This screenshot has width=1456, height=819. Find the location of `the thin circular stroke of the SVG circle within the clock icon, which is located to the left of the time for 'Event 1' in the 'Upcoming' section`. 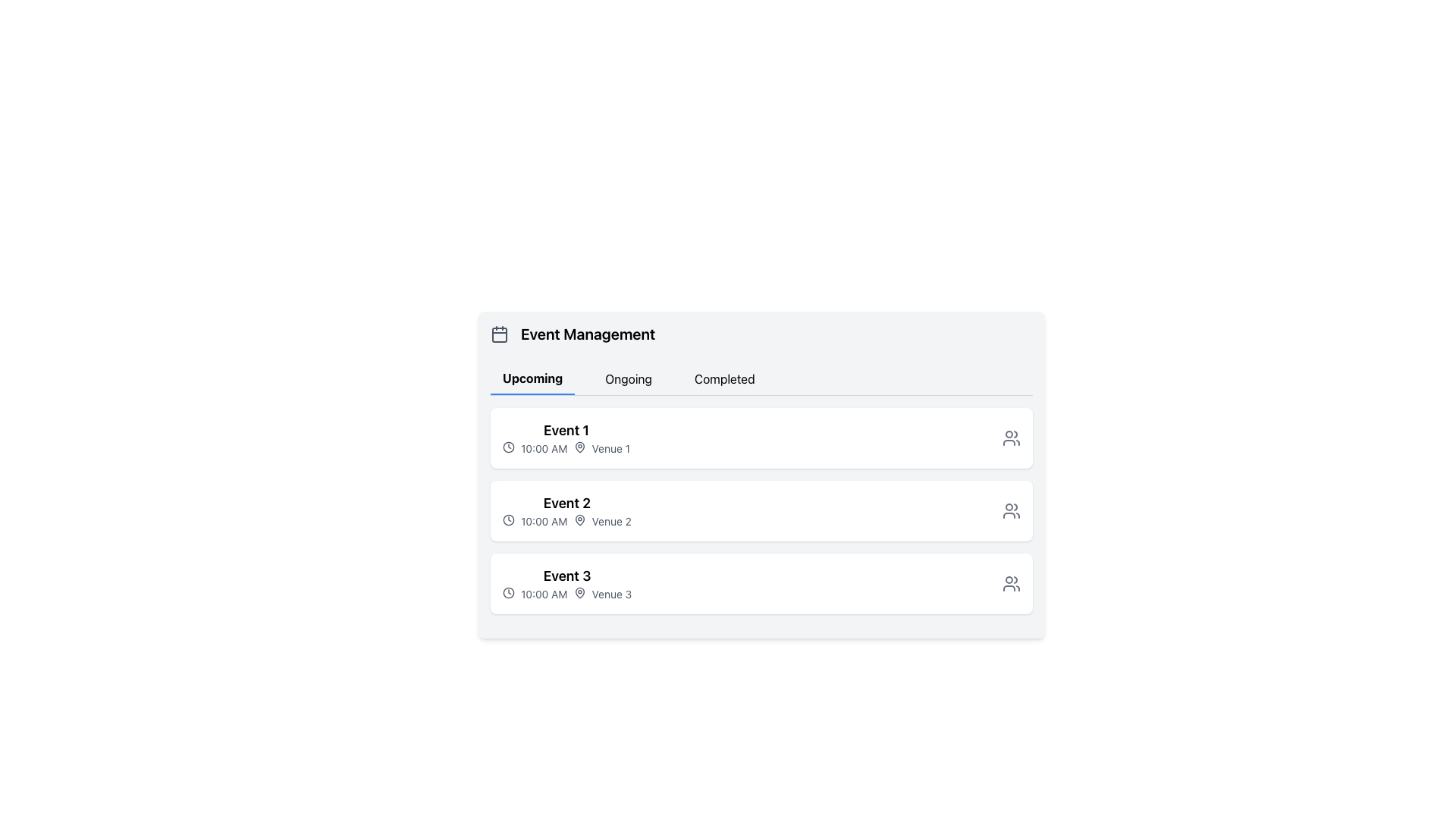

the thin circular stroke of the SVG circle within the clock icon, which is located to the left of the time for 'Event 1' in the 'Upcoming' section is located at coordinates (509, 447).